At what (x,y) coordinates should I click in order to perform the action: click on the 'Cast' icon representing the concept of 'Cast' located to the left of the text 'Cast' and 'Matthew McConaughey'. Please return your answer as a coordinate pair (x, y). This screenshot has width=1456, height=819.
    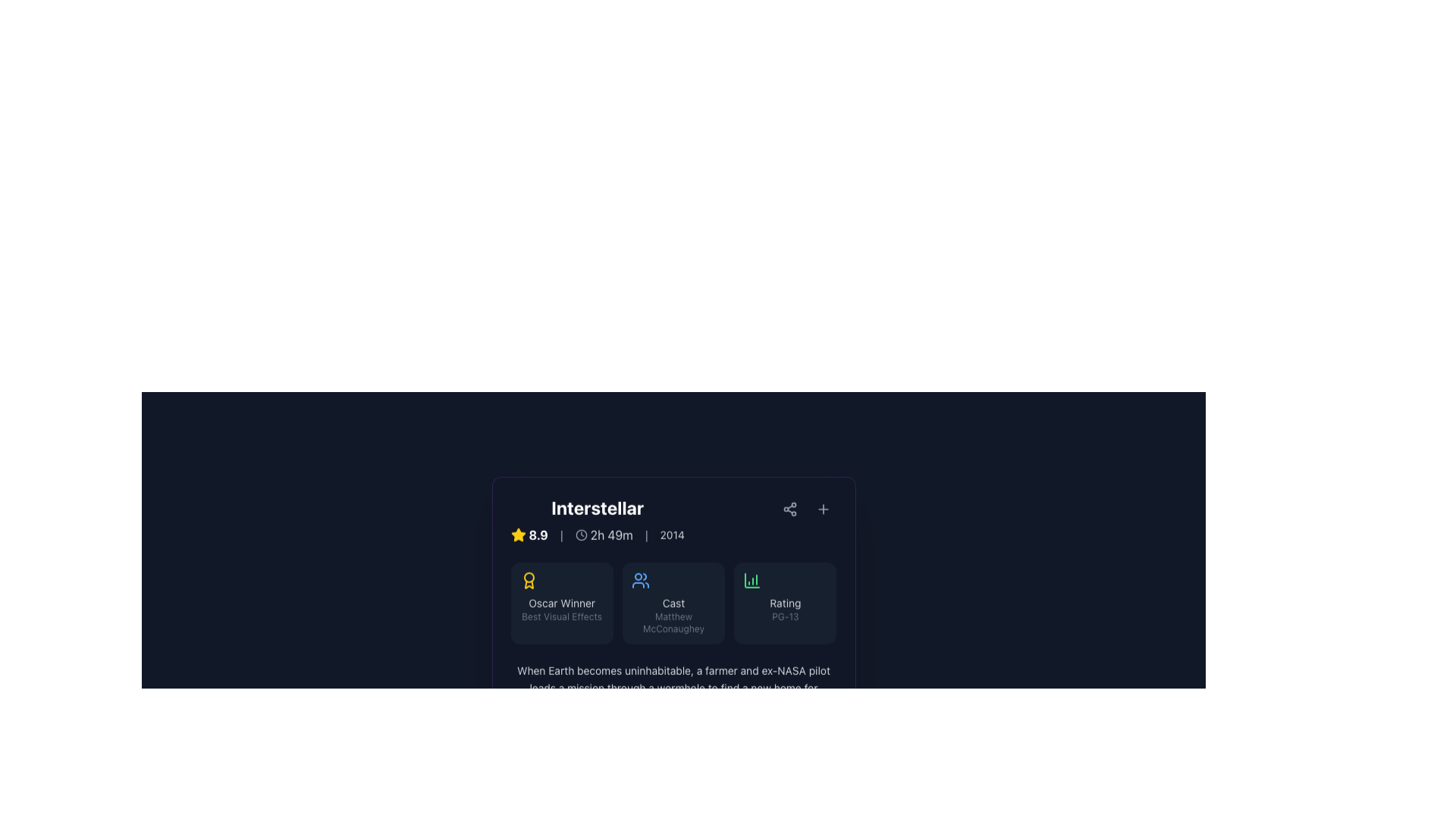
    Looking at the image, I should click on (640, 580).